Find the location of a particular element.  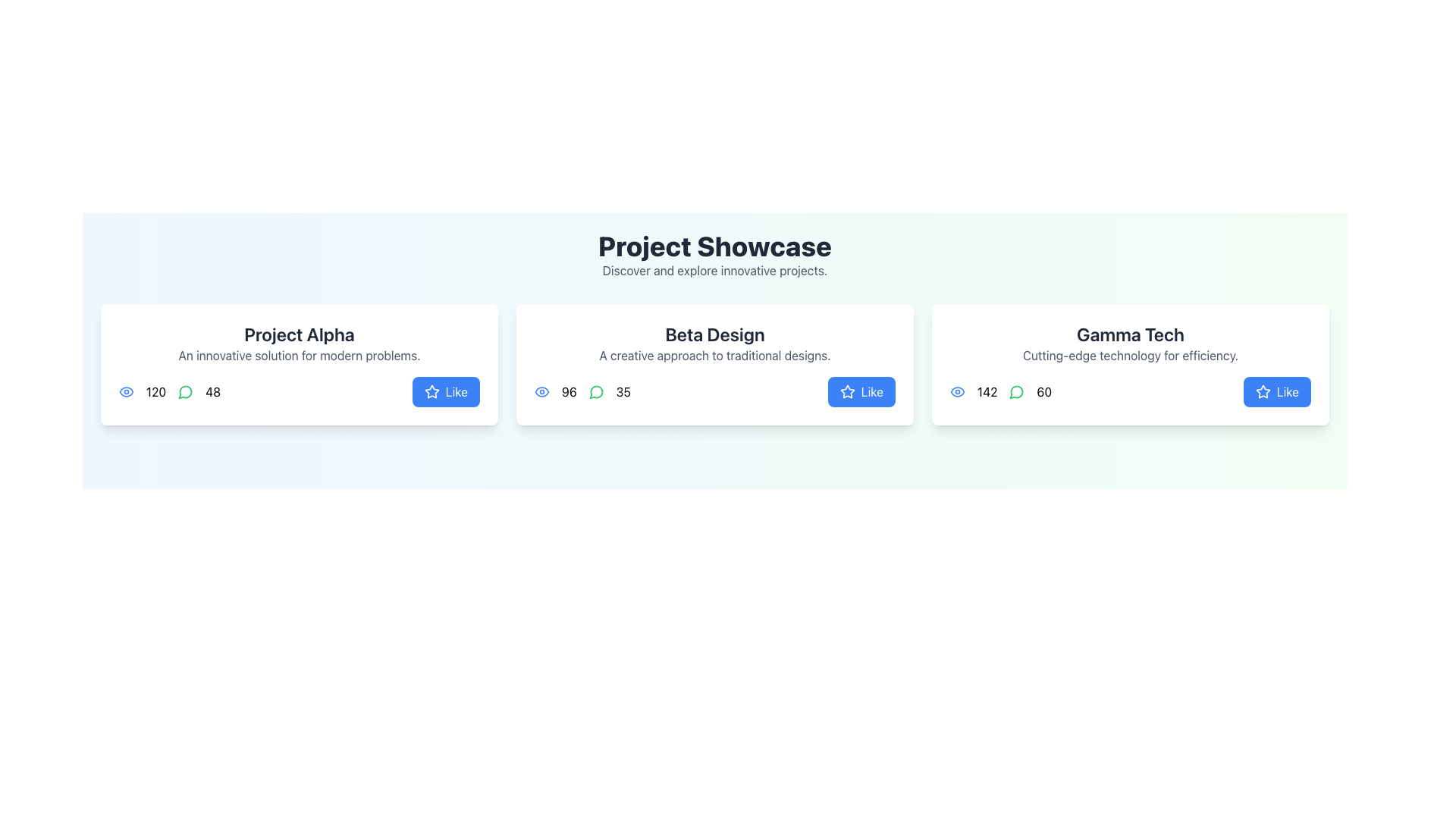

the 'Like' button with a blue background and a white star-shaped icon in the 'Gamma Tech' section is located at coordinates (1276, 391).